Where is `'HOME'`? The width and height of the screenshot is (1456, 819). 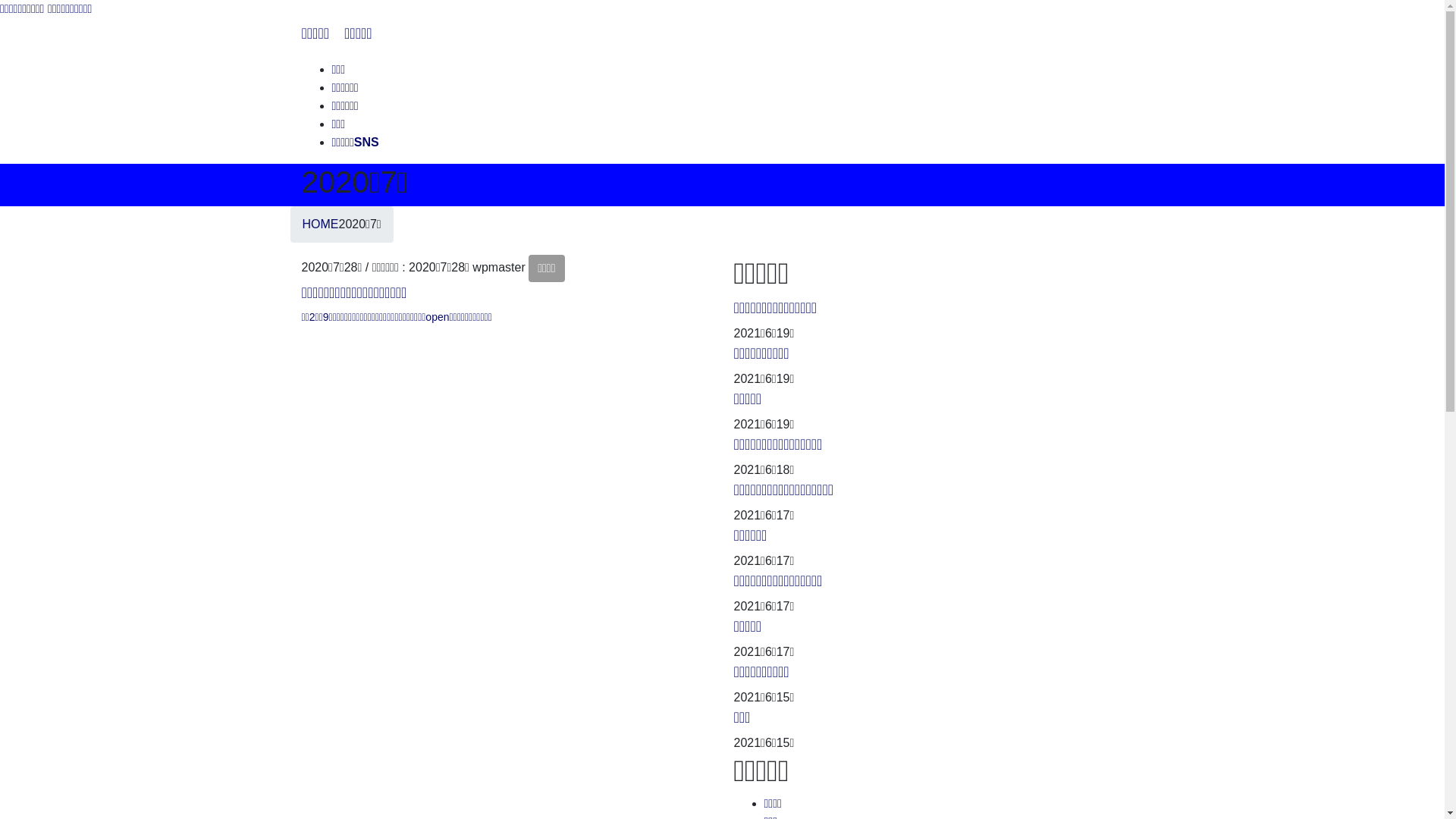
'HOME' is located at coordinates (319, 224).